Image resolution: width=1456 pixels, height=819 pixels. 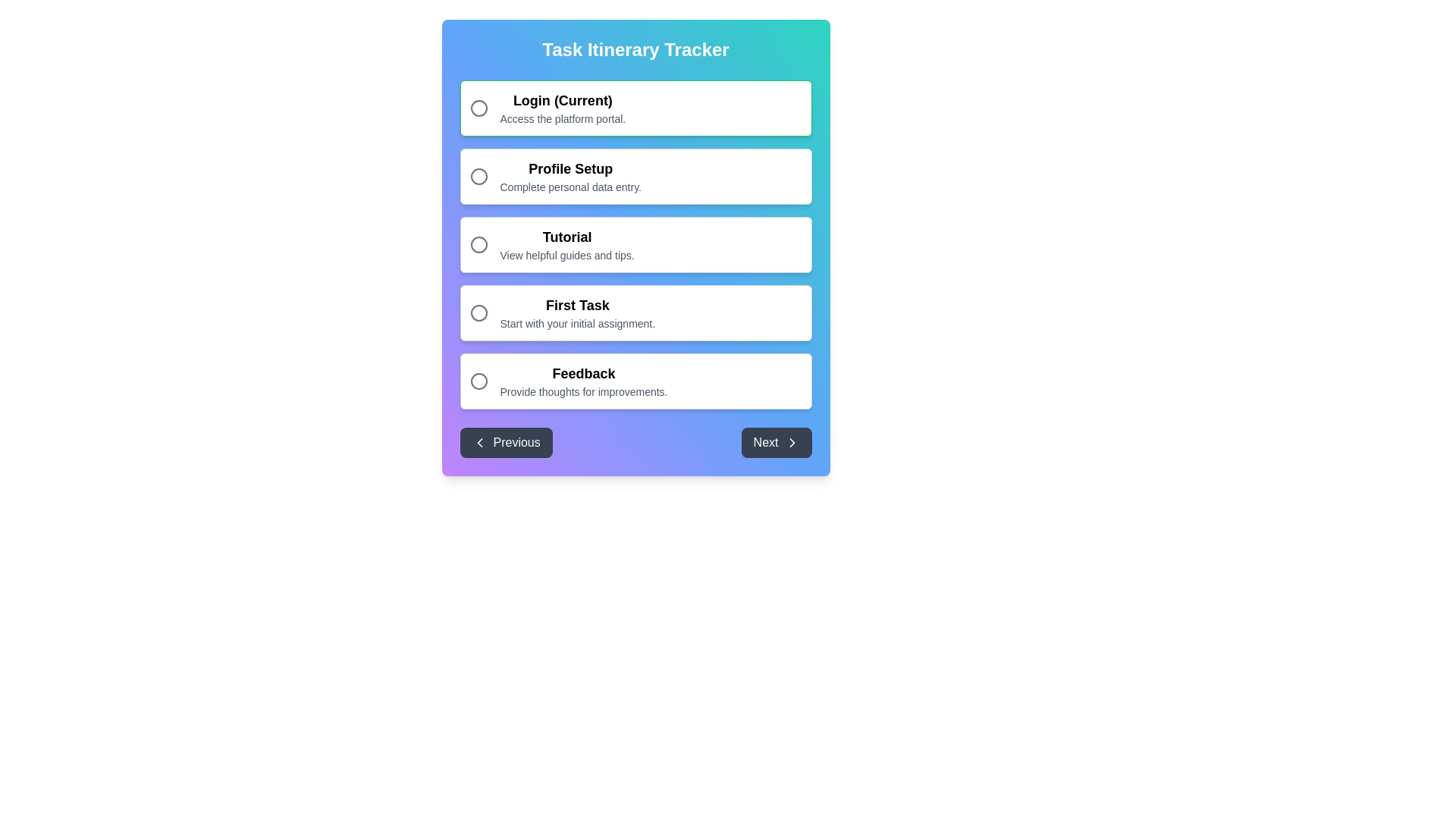 What do you see at coordinates (479, 442) in the screenshot?
I see `the icon located to the right of the text on the 'Previous' button at the bottom left of the interface` at bounding box center [479, 442].